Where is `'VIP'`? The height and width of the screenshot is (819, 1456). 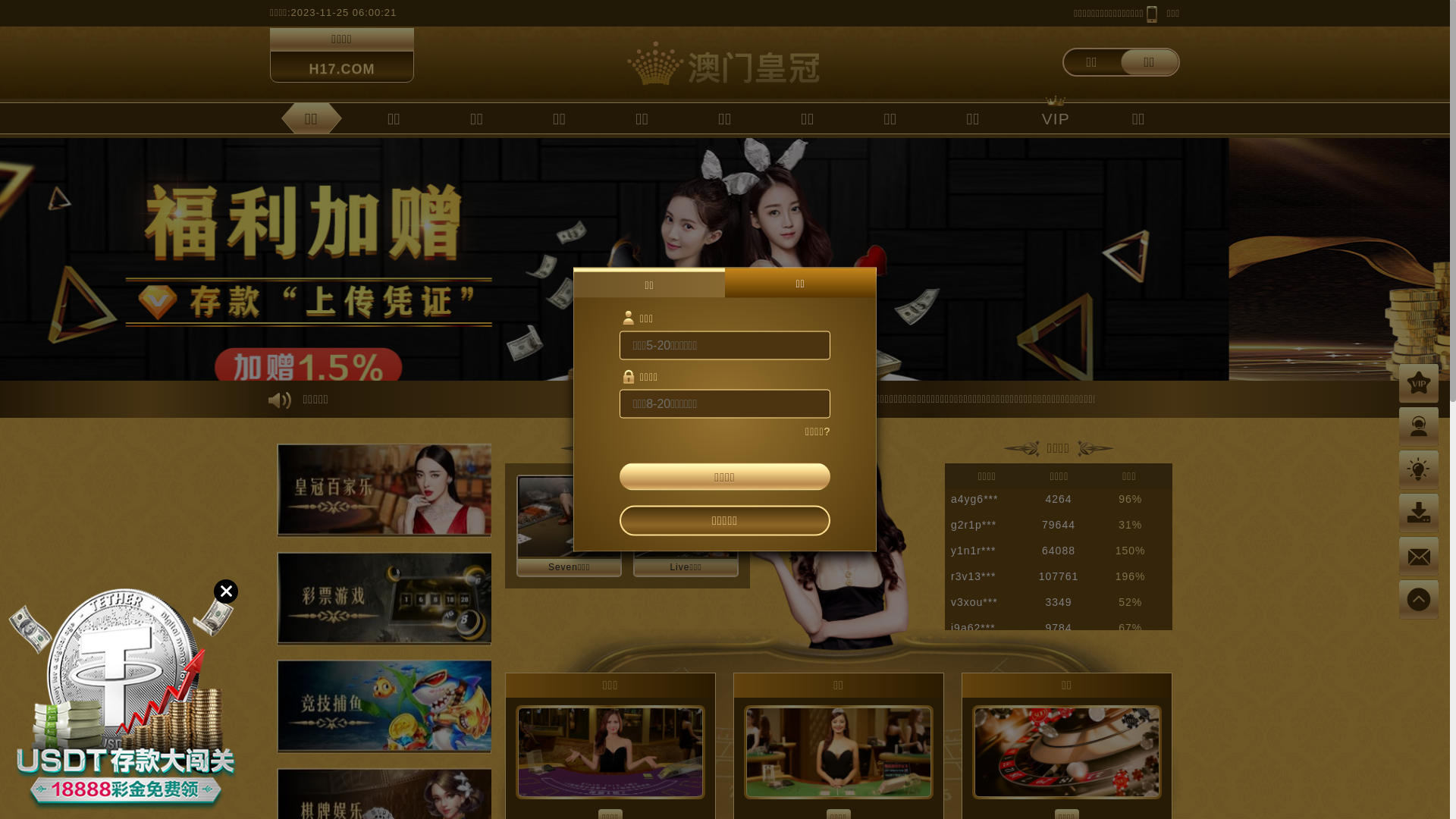
'VIP' is located at coordinates (1055, 117).